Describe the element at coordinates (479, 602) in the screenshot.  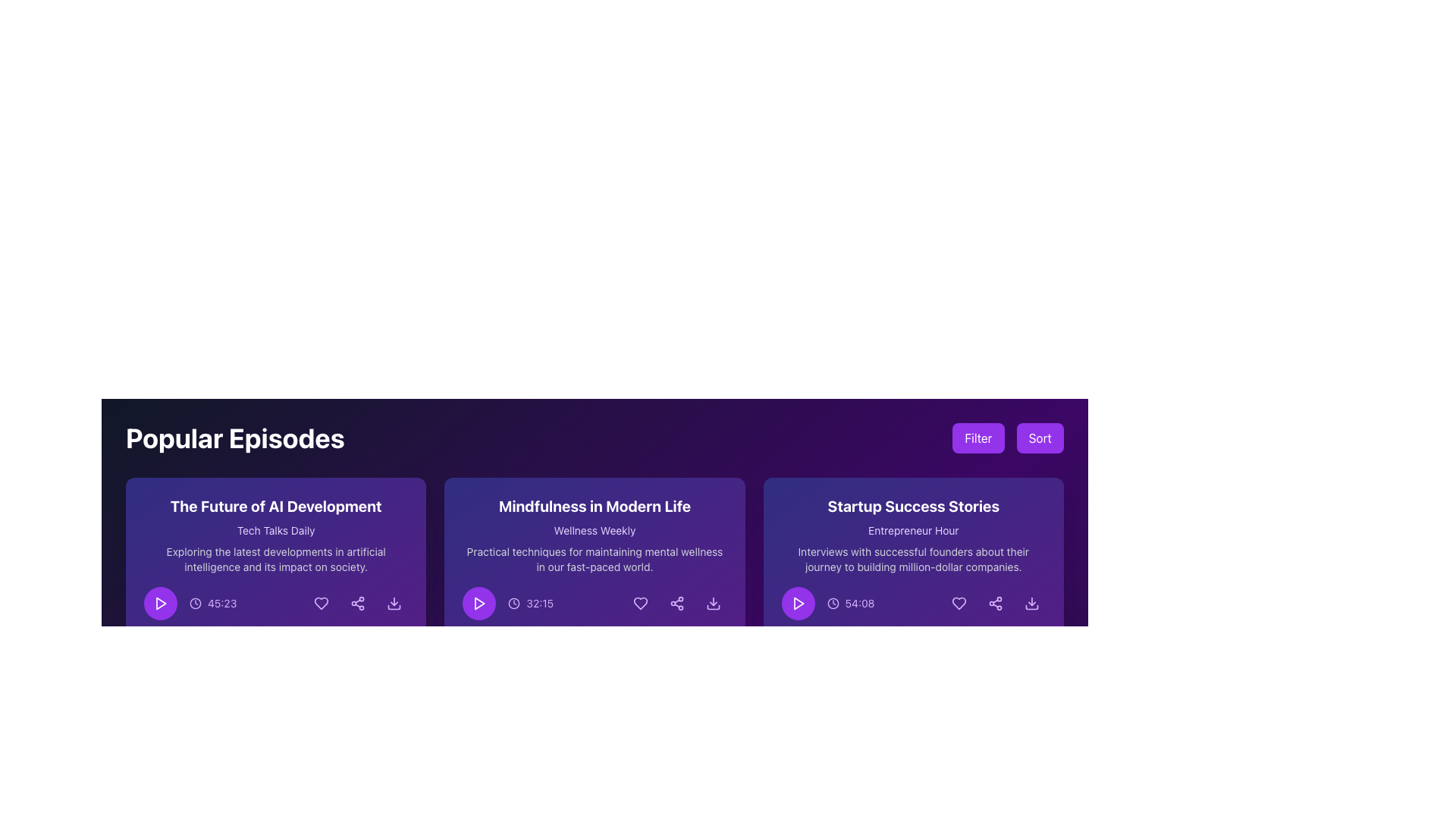
I see `the small white play icon on a purple circular background located in the bottom-left corner of the 'Mindfulness in Modern Life' card in the 'Popular Episodes' list` at that location.